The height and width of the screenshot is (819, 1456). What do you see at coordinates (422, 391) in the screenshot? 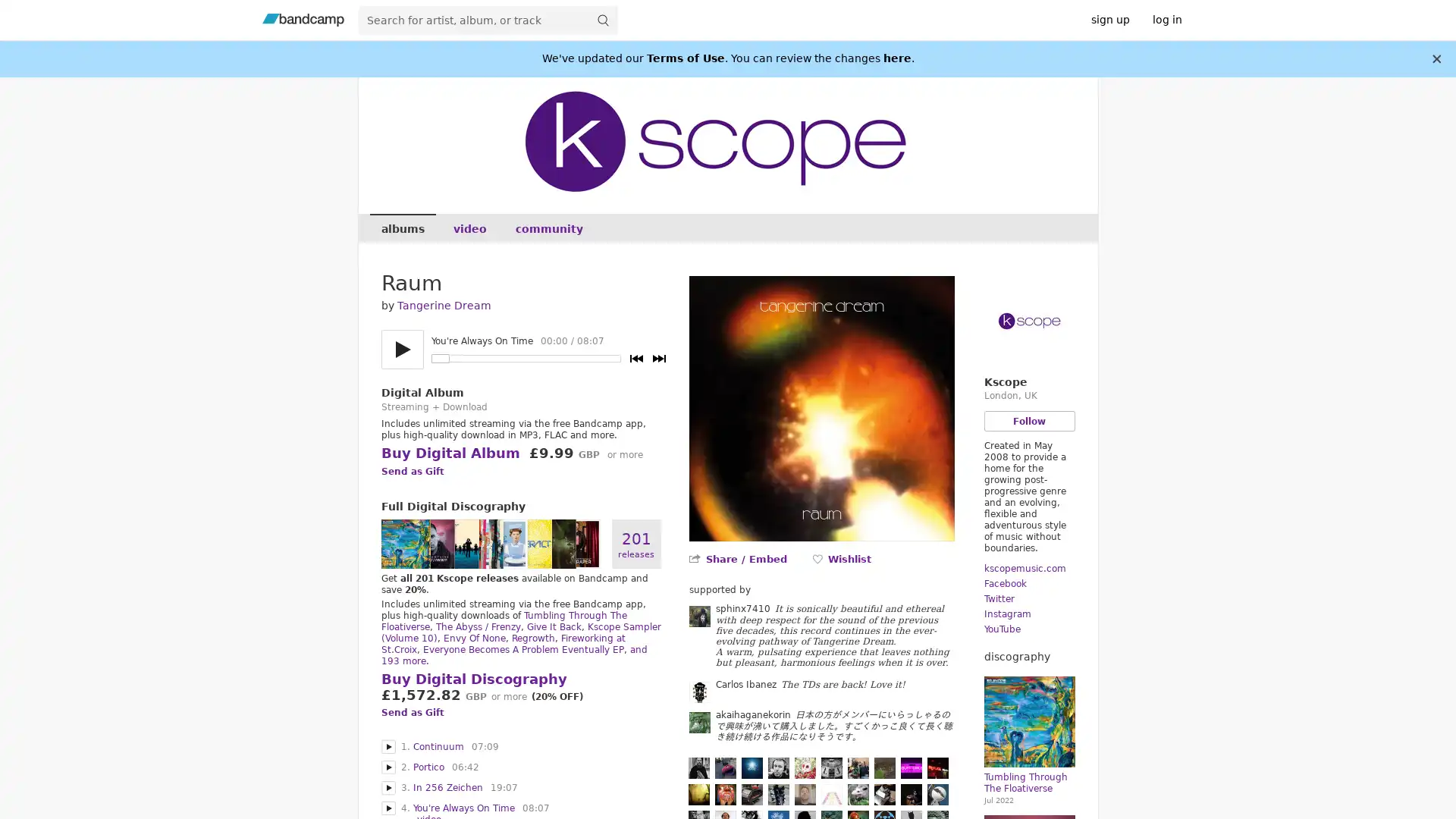
I see `Digital Album` at bounding box center [422, 391].